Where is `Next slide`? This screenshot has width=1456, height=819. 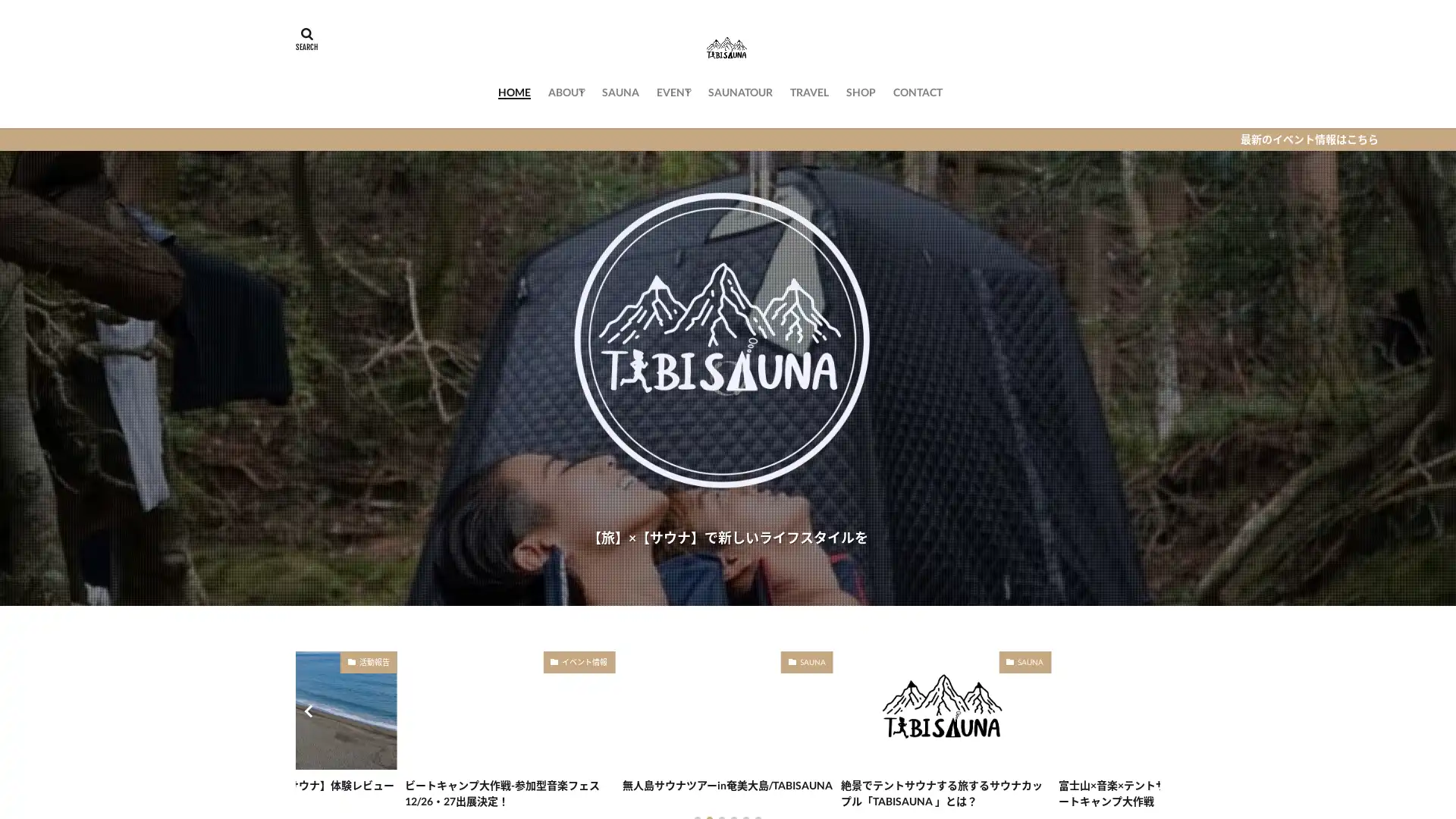
Next slide is located at coordinates (1145, 711).